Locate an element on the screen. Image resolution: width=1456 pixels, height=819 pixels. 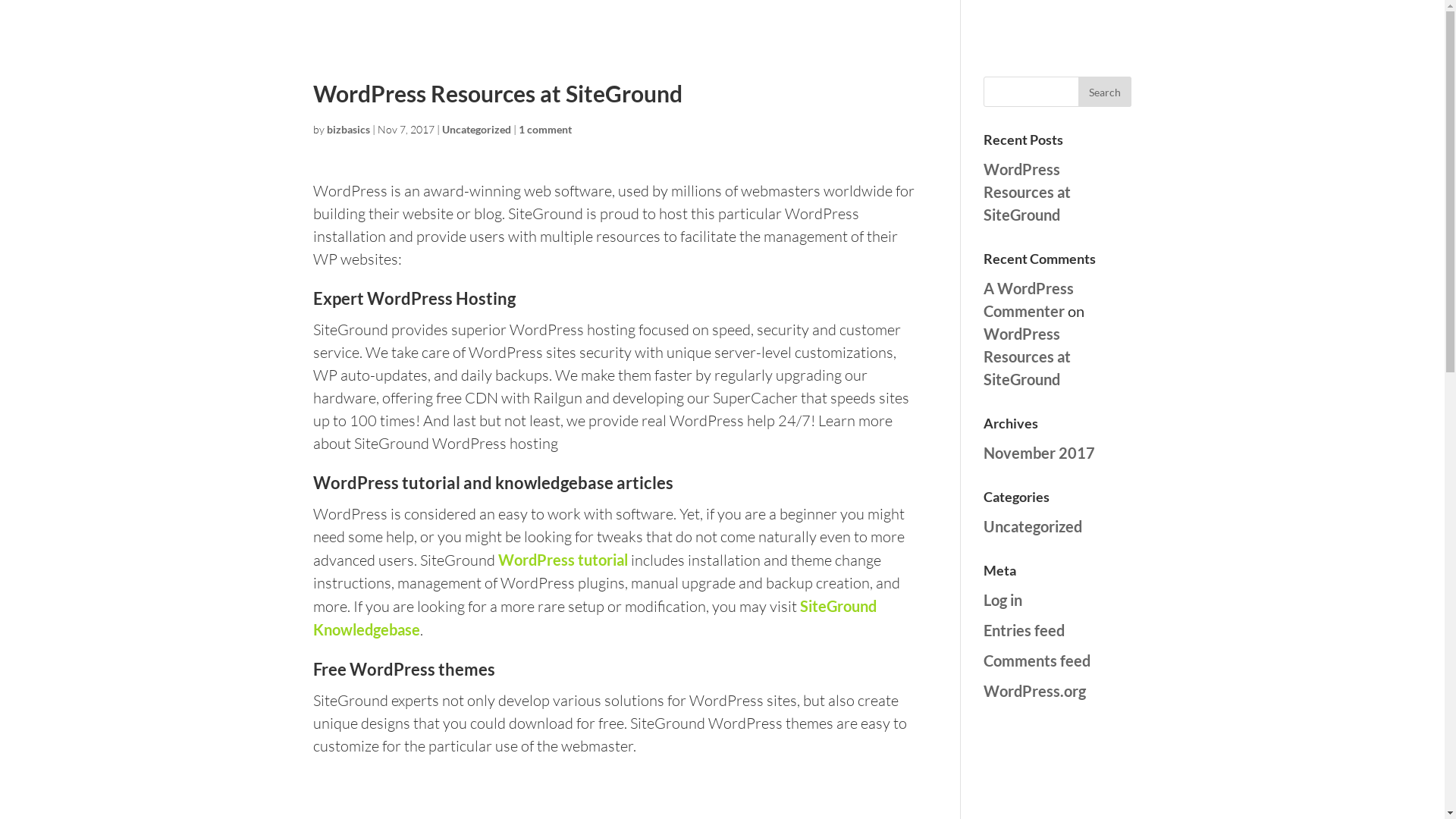
'WordPress.org' is located at coordinates (983, 690).